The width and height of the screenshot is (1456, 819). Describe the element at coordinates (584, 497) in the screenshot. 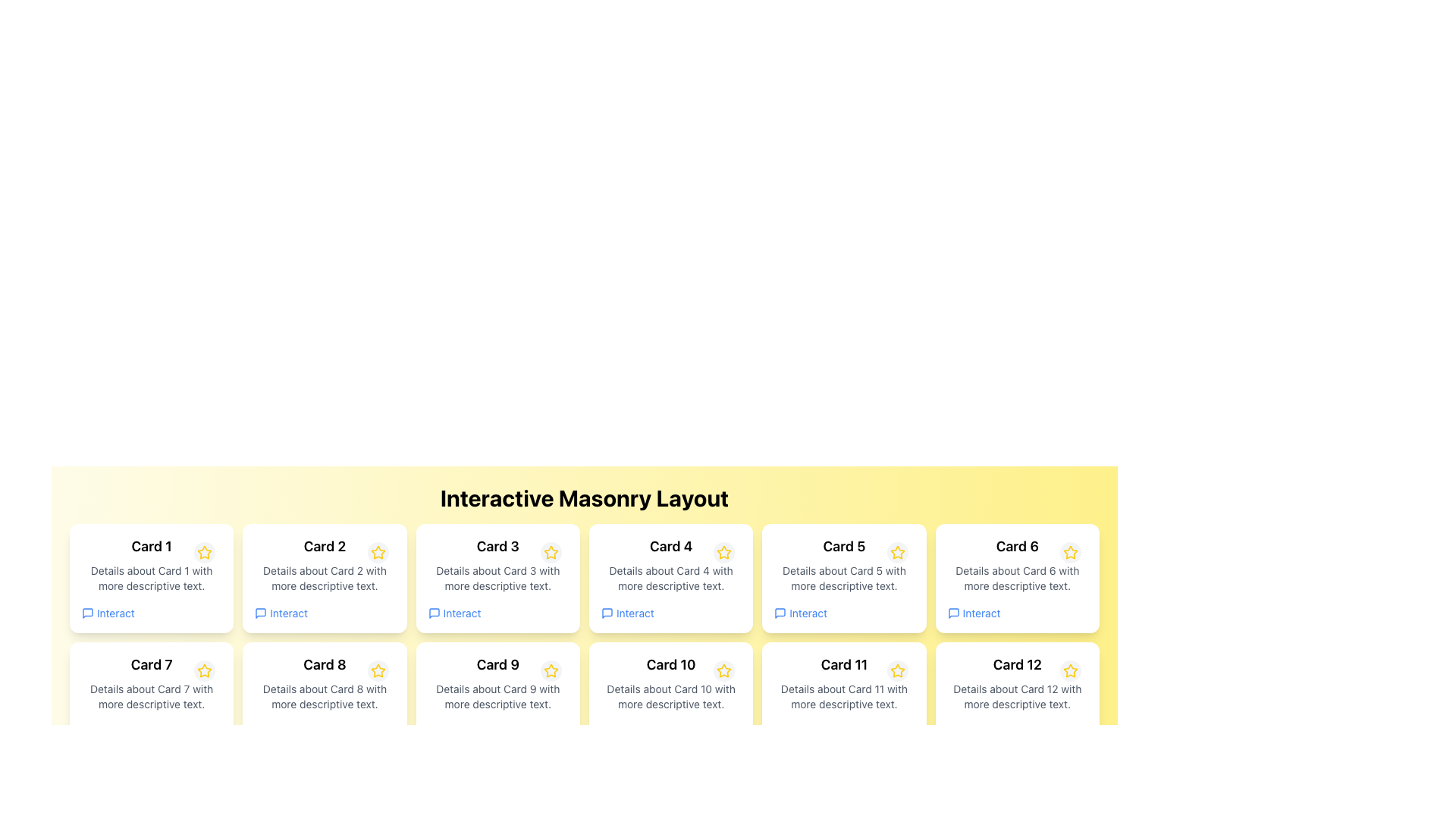

I see `the bold heading text 'Interactive Masonry Layout' which is centered at the top of the grid layout interface` at that location.